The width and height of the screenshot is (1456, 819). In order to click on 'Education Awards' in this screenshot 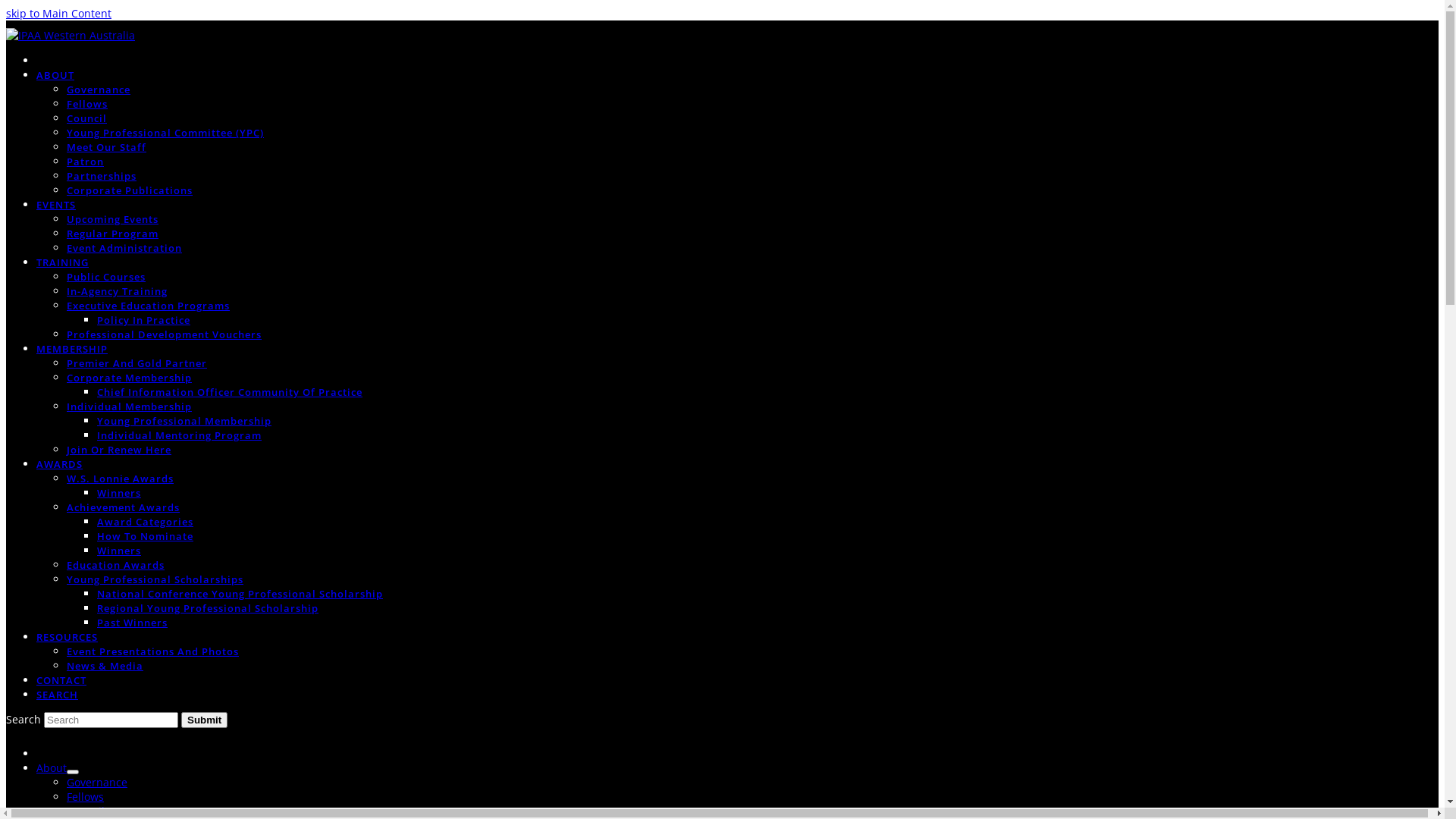, I will do `click(115, 564)`.